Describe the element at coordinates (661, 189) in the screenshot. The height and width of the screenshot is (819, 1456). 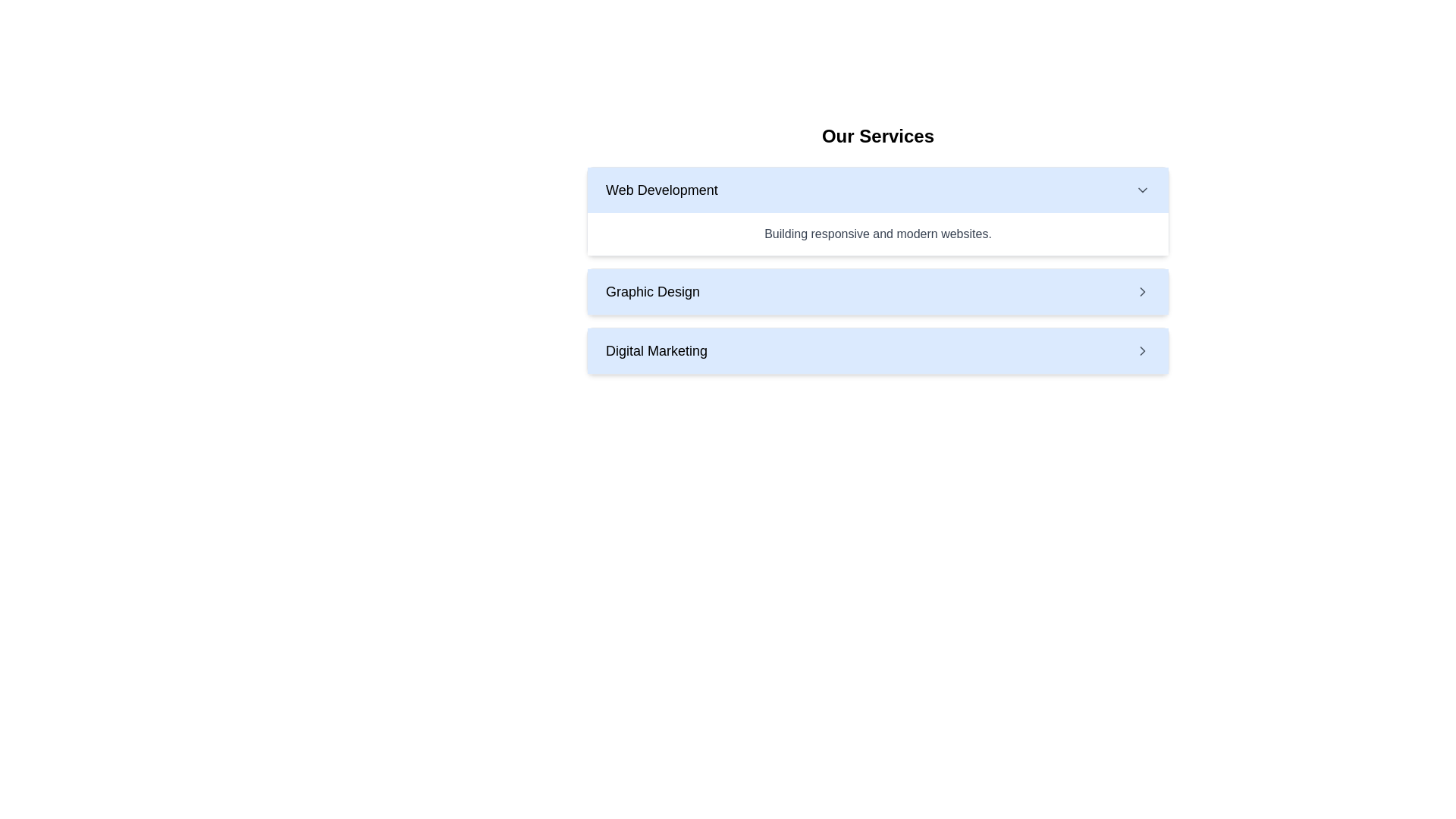
I see `the text label that displays 'Web Development' styled in a large black font, located at the top-left corner of a light blue rectangular section` at that location.